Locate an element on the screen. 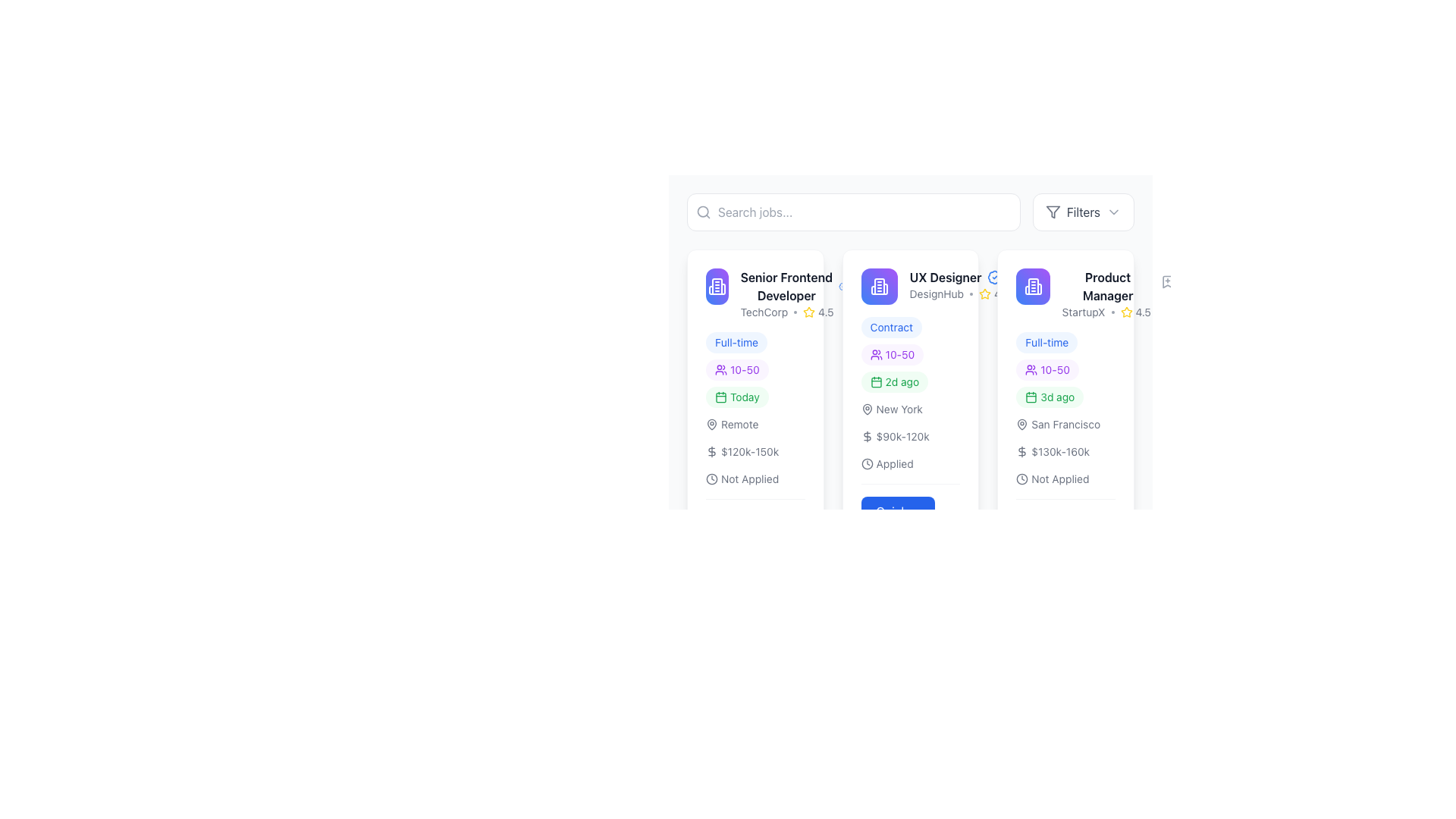  the small purple icon resembling two user silhouettes, which is located next to the '10-50' text in the second card of the job postings list is located at coordinates (720, 370).